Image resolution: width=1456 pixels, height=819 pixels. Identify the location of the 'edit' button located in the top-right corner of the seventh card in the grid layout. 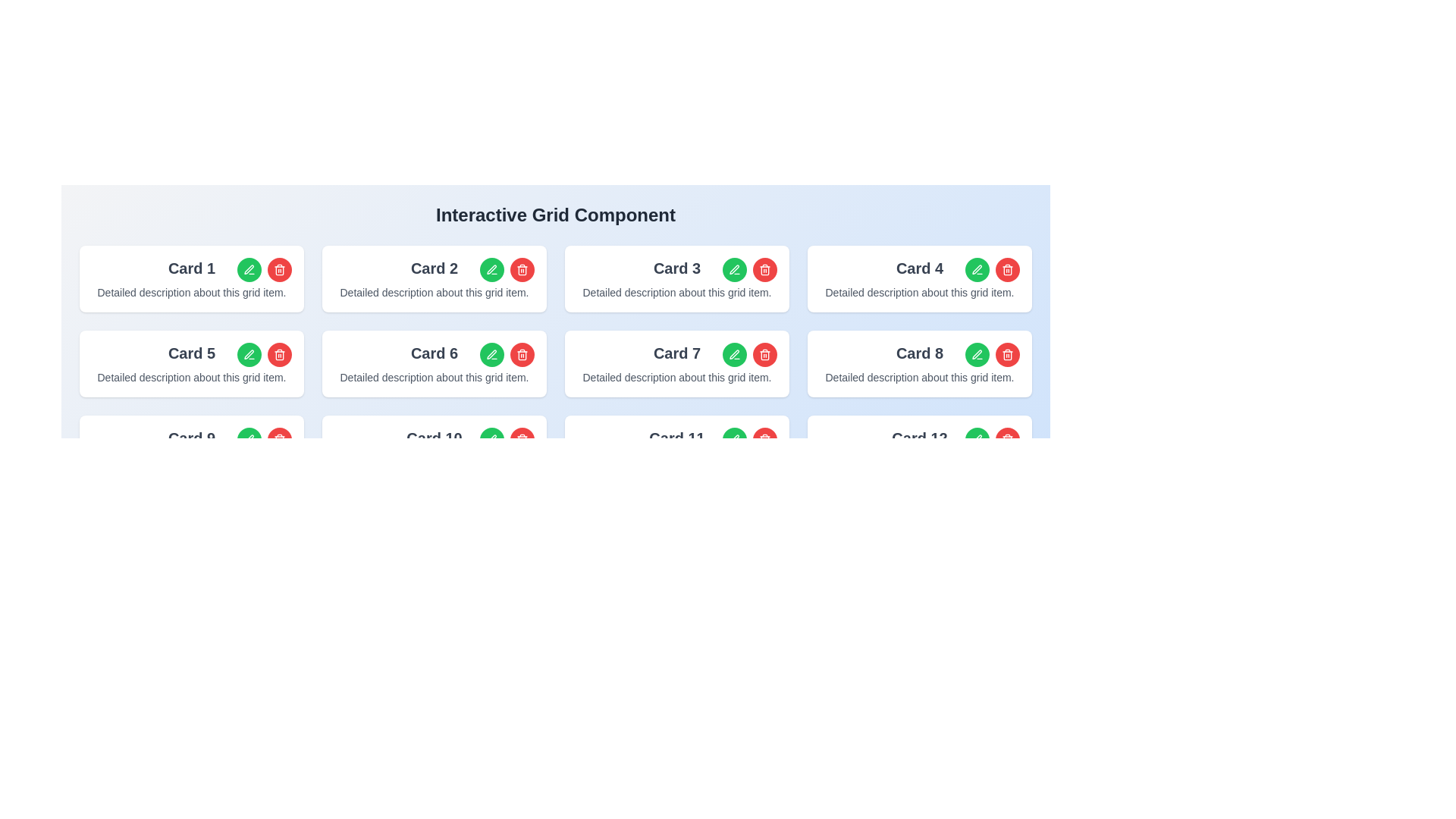
(734, 354).